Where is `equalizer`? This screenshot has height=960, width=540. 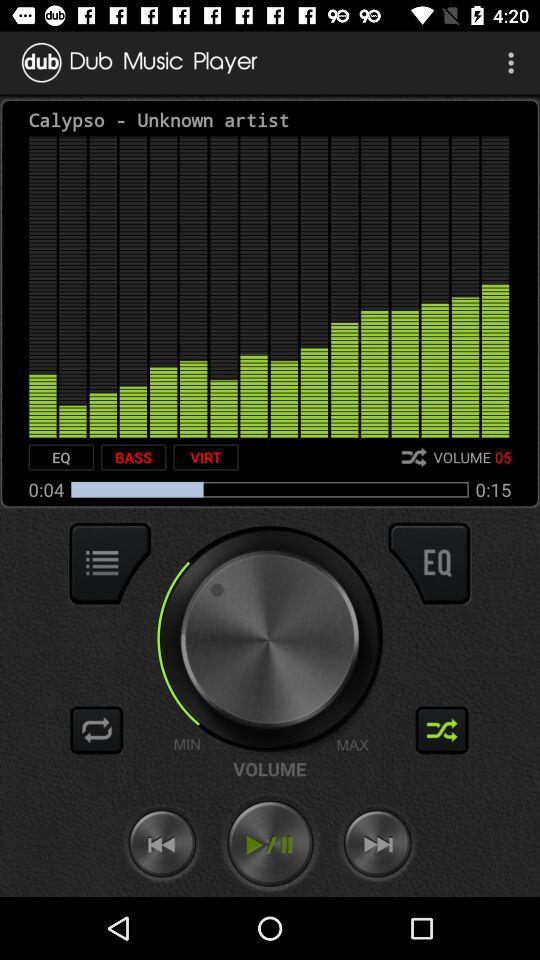 equalizer is located at coordinates (428, 563).